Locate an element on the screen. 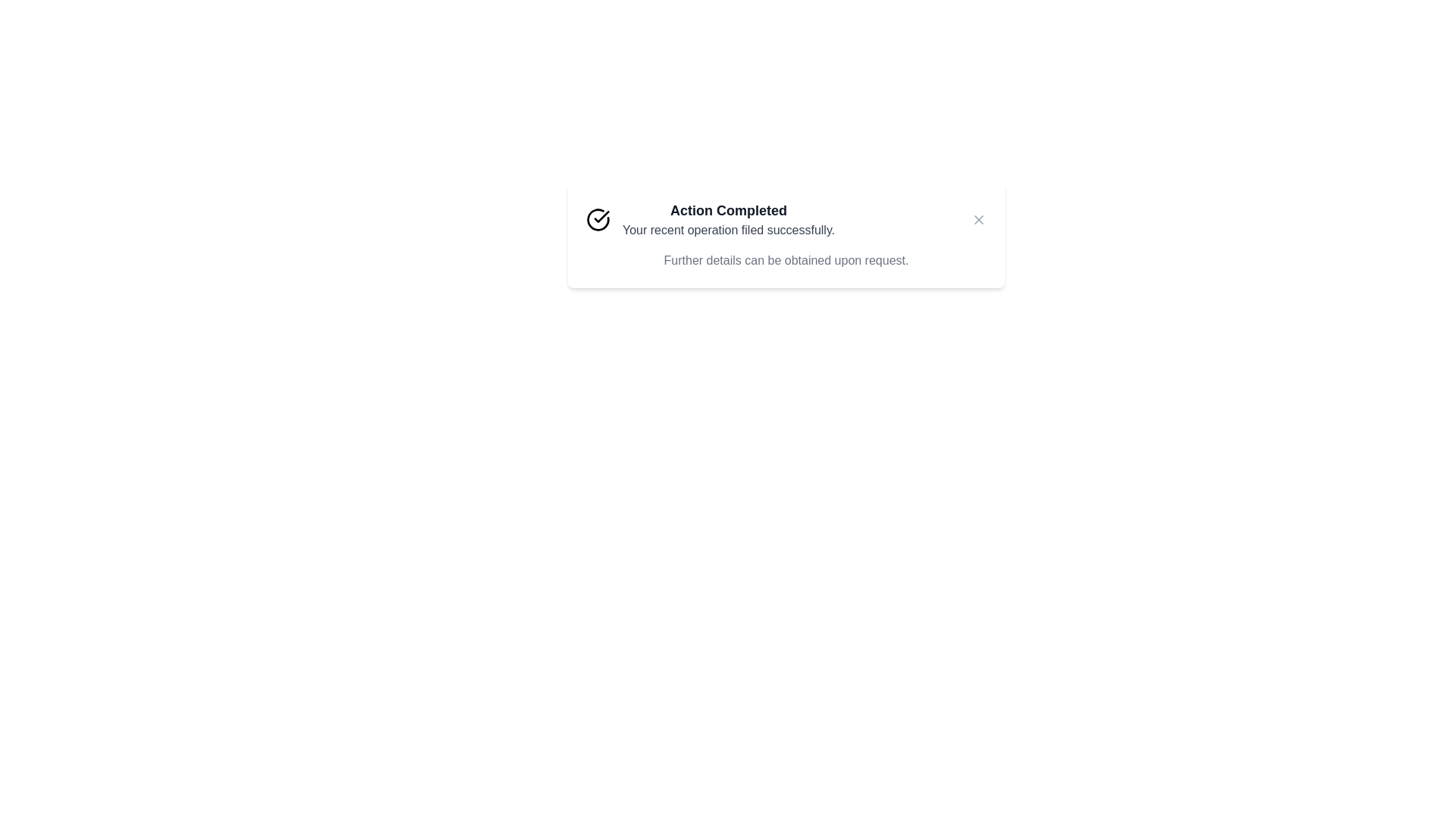 The image size is (1456, 819). supplementary information text located in the light green box directly below the message 'Your recent operation filed successfully.' is located at coordinates (786, 259).